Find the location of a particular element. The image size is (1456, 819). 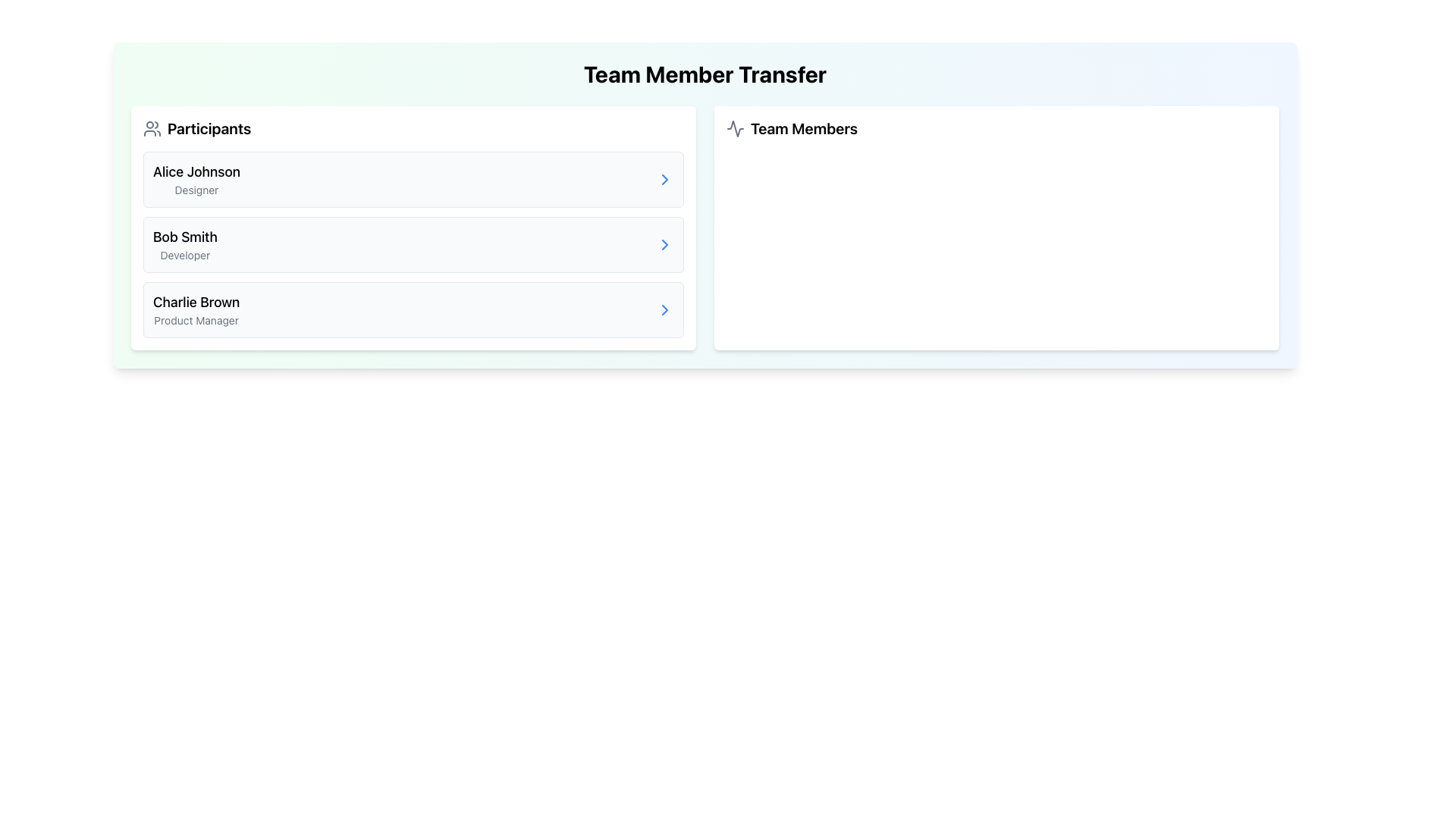

the text label displaying 'Product Manager', located in the 'Participants' section beneath 'Charlie Brown' is located at coordinates (196, 320).